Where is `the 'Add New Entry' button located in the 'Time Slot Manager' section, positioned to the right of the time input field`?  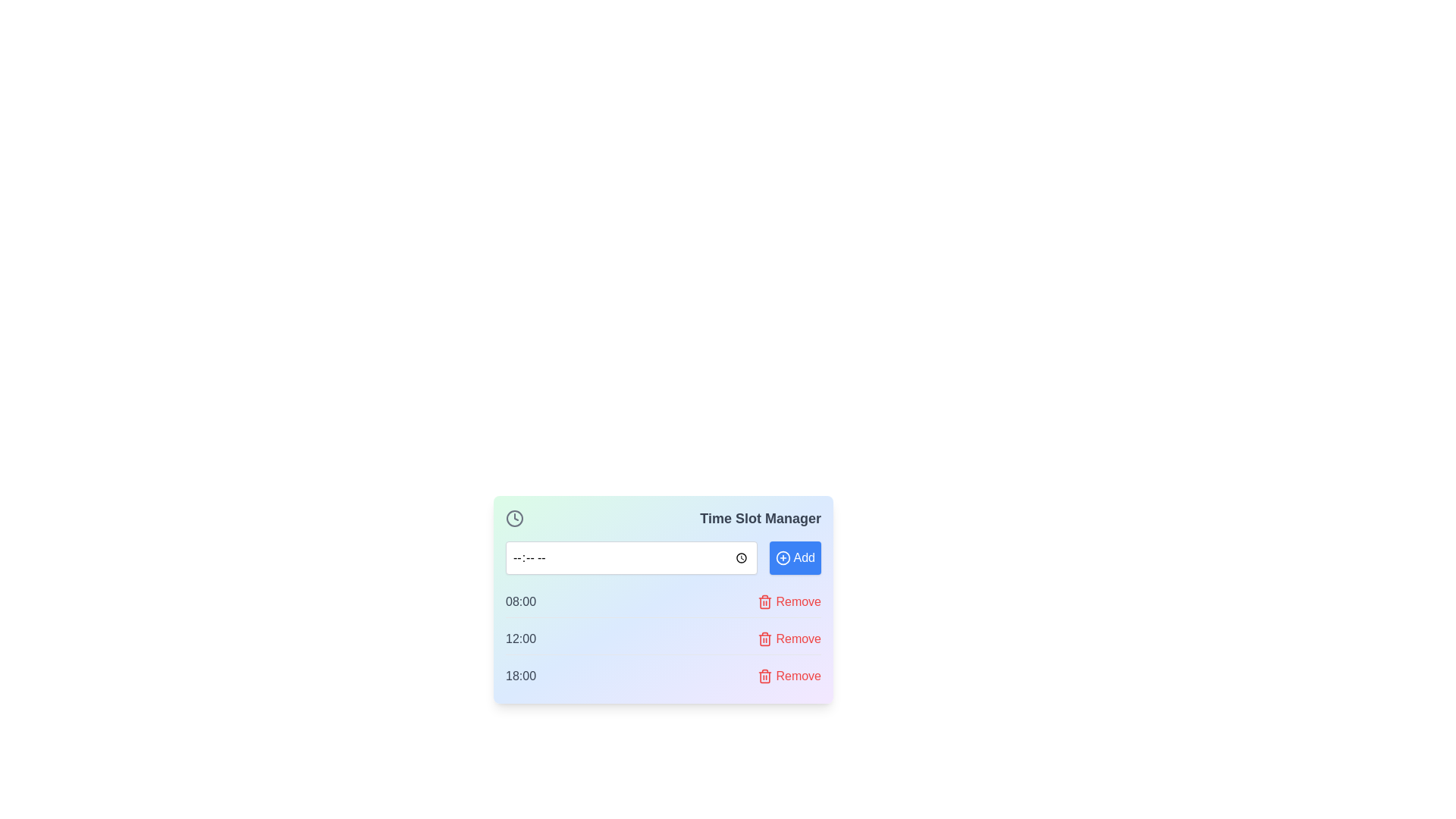
the 'Add New Entry' button located in the 'Time Slot Manager' section, positioned to the right of the time input field is located at coordinates (794, 558).